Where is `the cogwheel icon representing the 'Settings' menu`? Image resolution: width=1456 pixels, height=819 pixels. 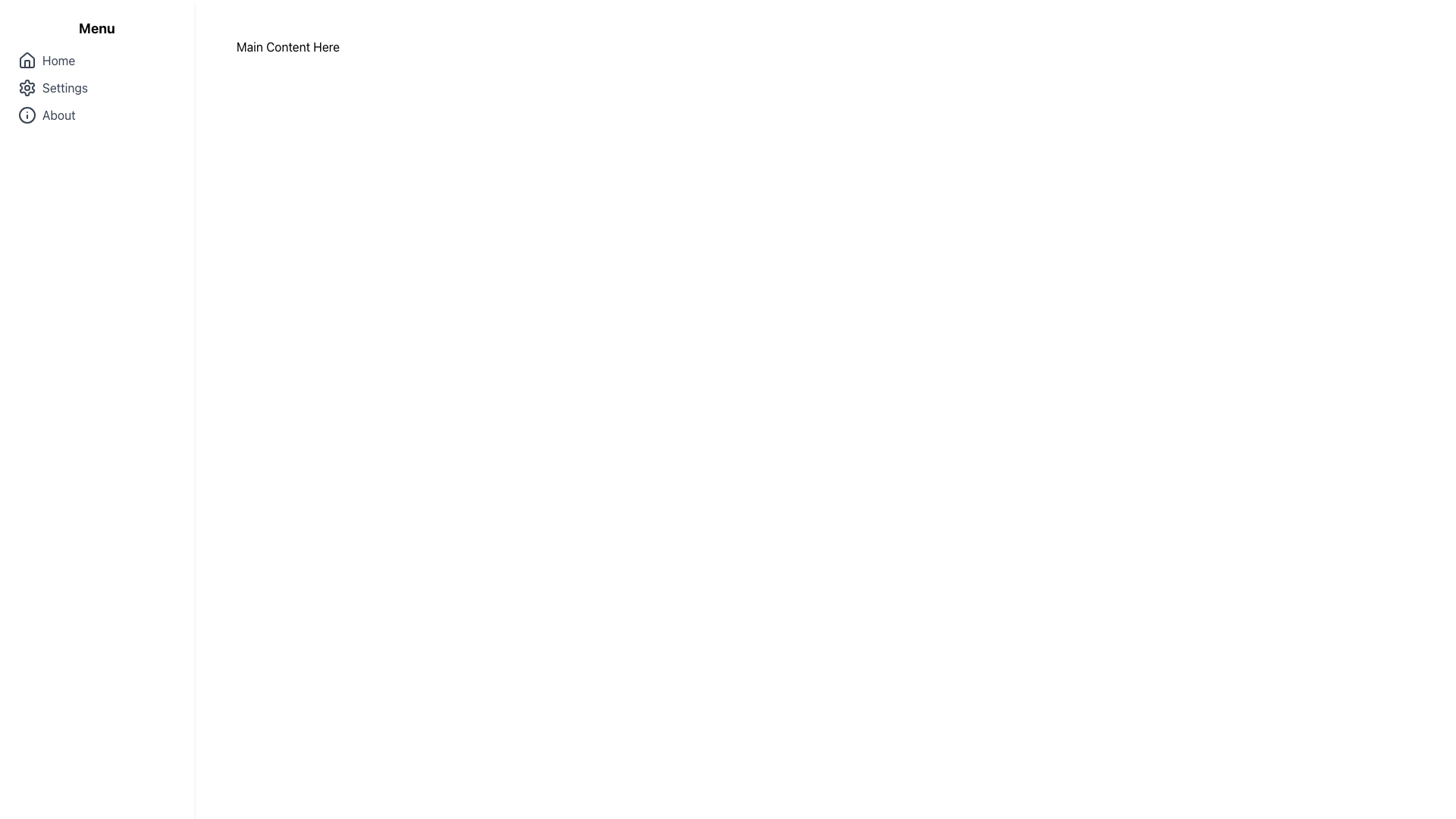
the cogwheel icon representing the 'Settings' menu is located at coordinates (27, 87).